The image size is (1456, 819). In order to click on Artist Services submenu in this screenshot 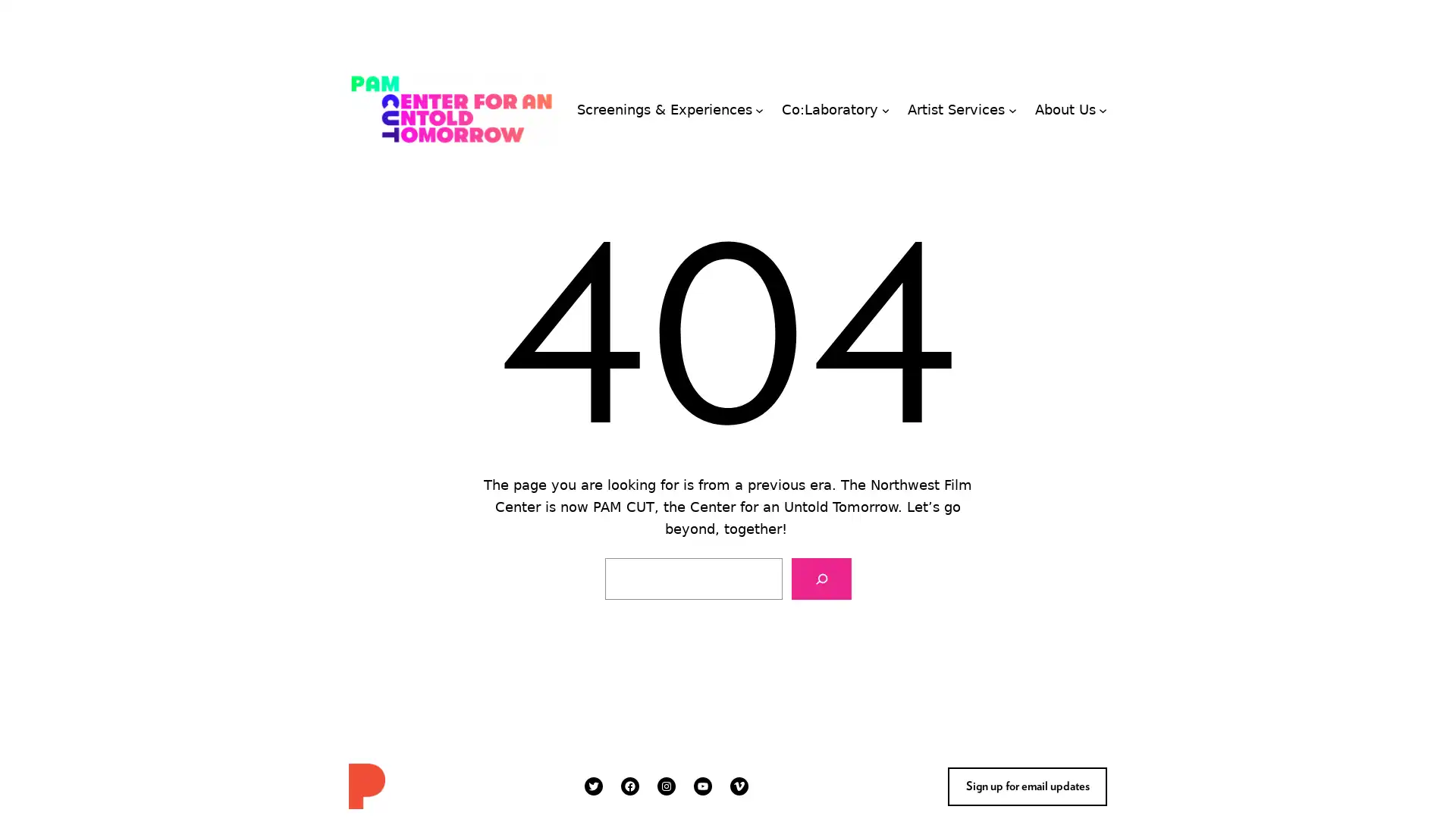, I will do `click(1012, 108)`.